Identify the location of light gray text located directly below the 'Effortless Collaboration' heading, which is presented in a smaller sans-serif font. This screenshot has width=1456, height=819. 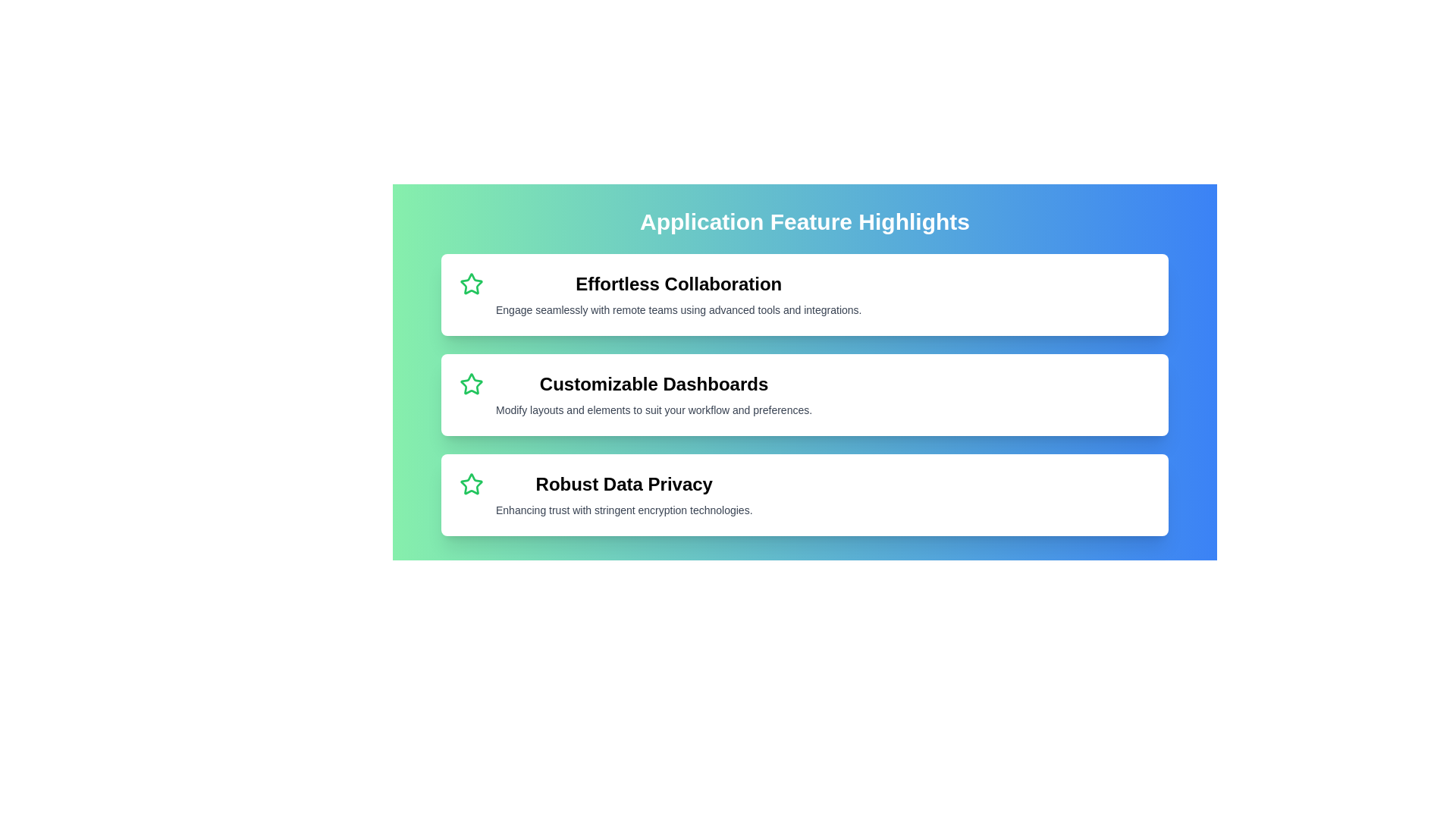
(678, 309).